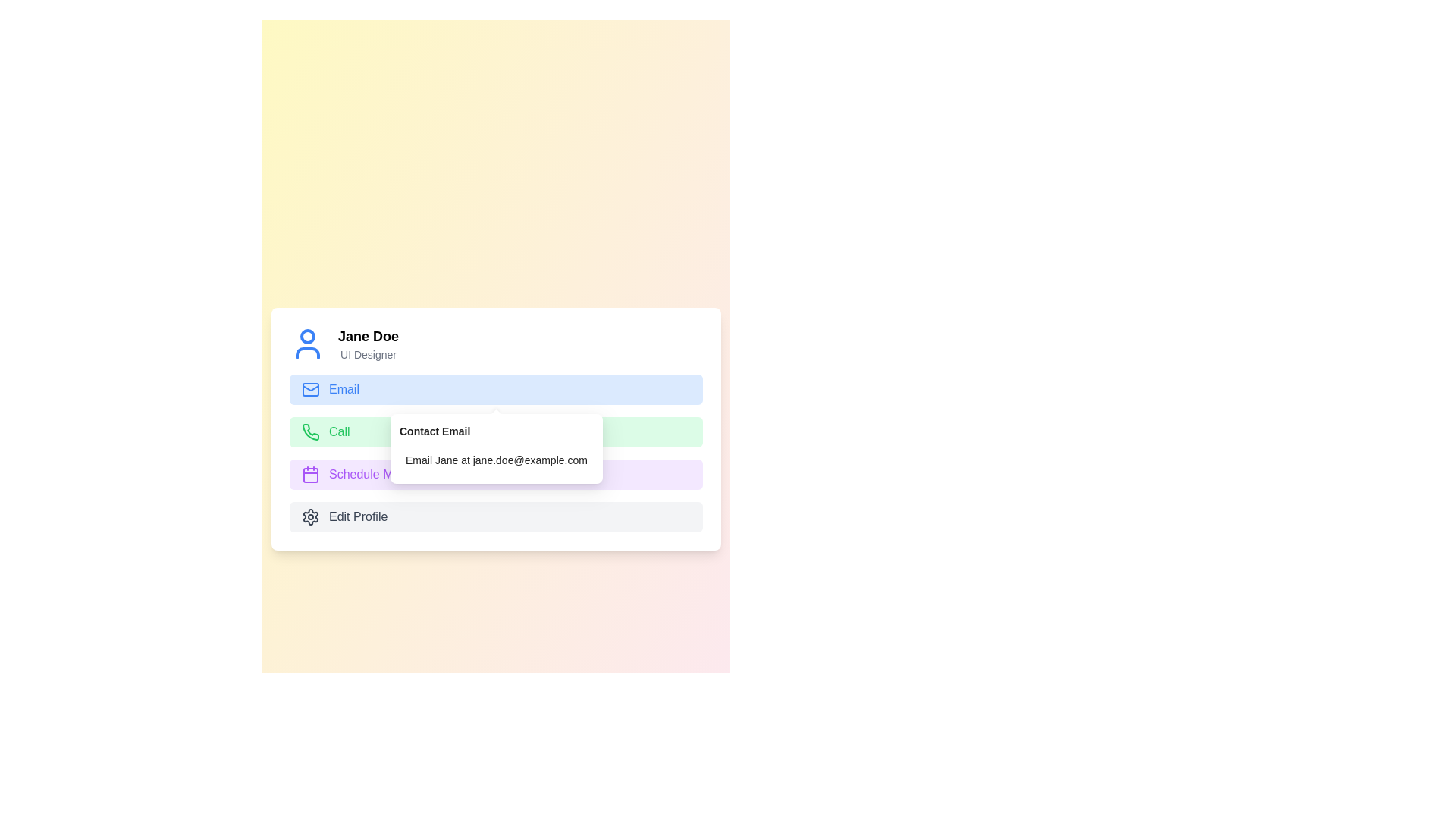 This screenshot has width=1456, height=819. What do you see at coordinates (309, 432) in the screenshot?
I see `the phone icon located to the left of the word 'Call', which represents telecommunication actions` at bounding box center [309, 432].